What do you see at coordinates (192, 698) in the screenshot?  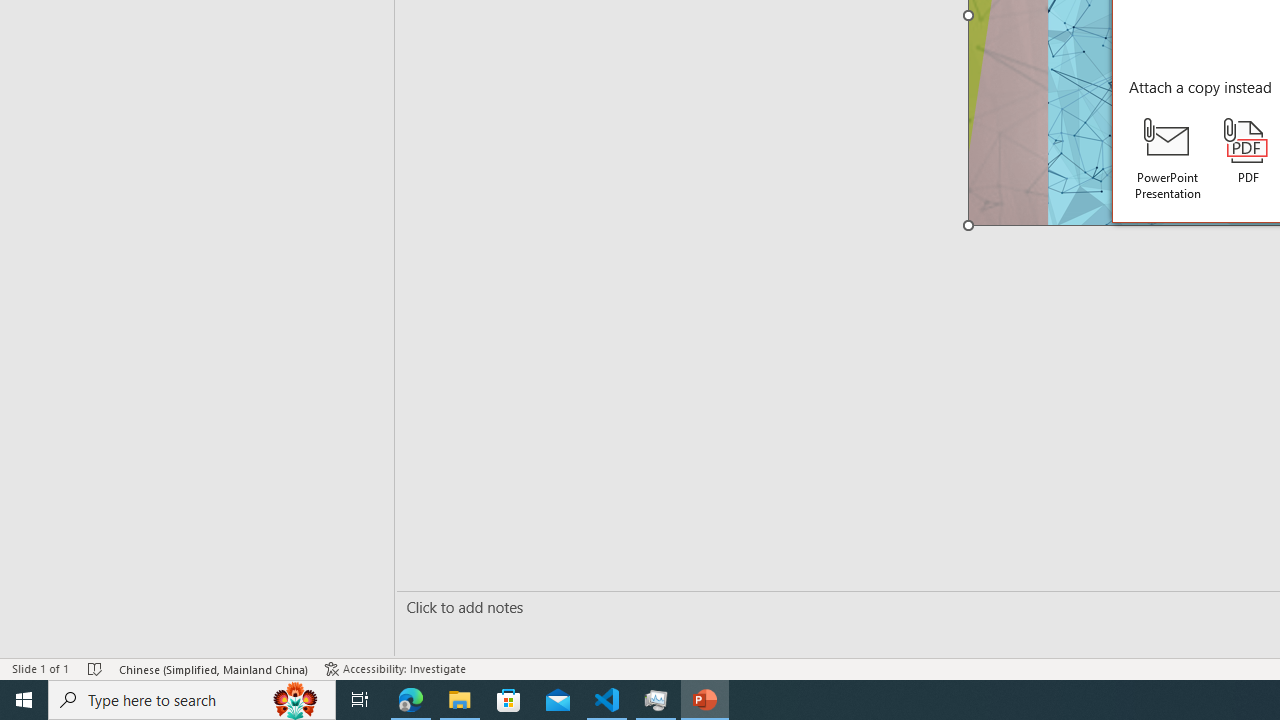 I see `'Type here to search'` at bounding box center [192, 698].